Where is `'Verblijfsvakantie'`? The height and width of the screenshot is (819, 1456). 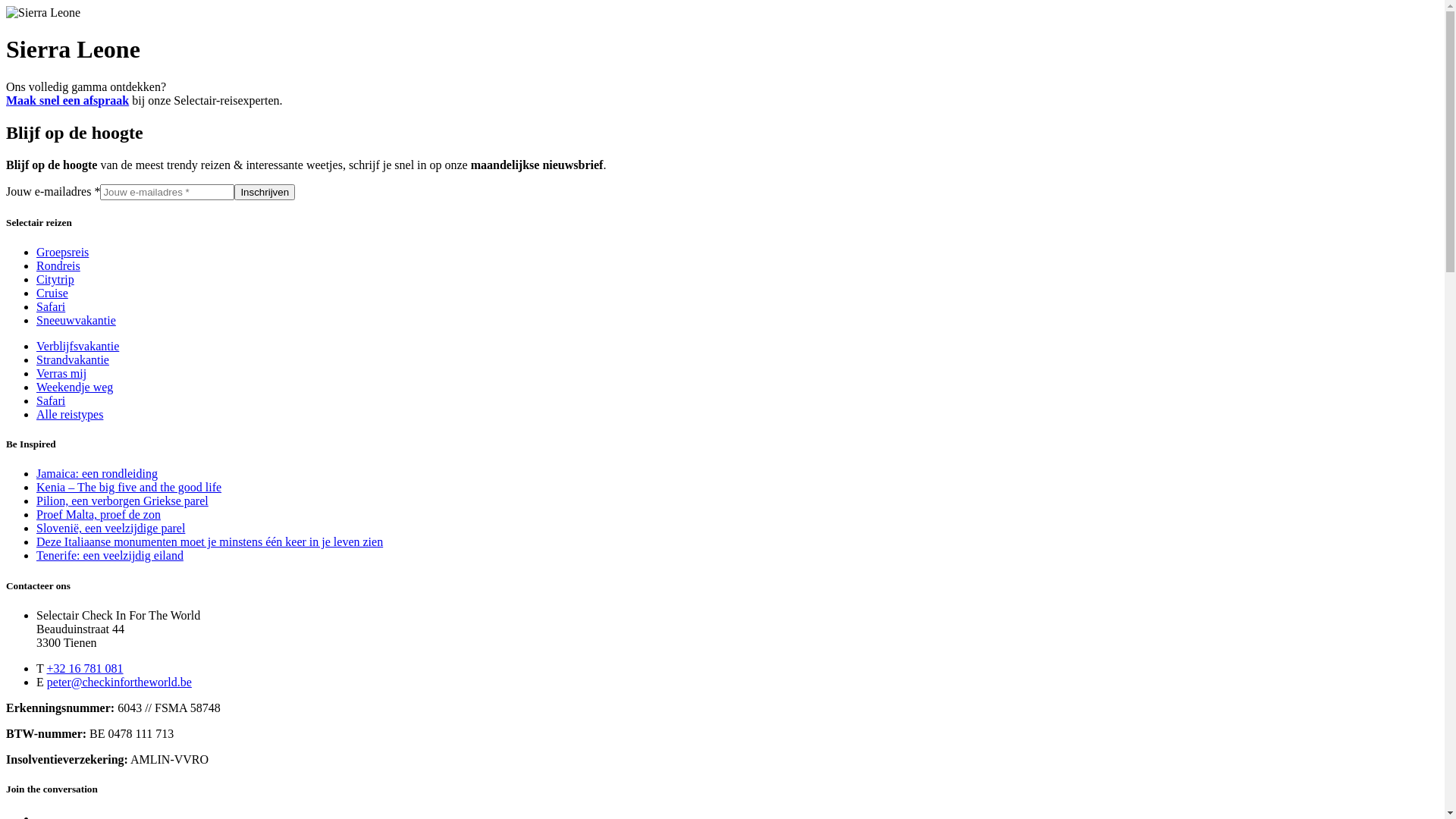 'Verblijfsvakantie' is located at coordinates (77, 346).